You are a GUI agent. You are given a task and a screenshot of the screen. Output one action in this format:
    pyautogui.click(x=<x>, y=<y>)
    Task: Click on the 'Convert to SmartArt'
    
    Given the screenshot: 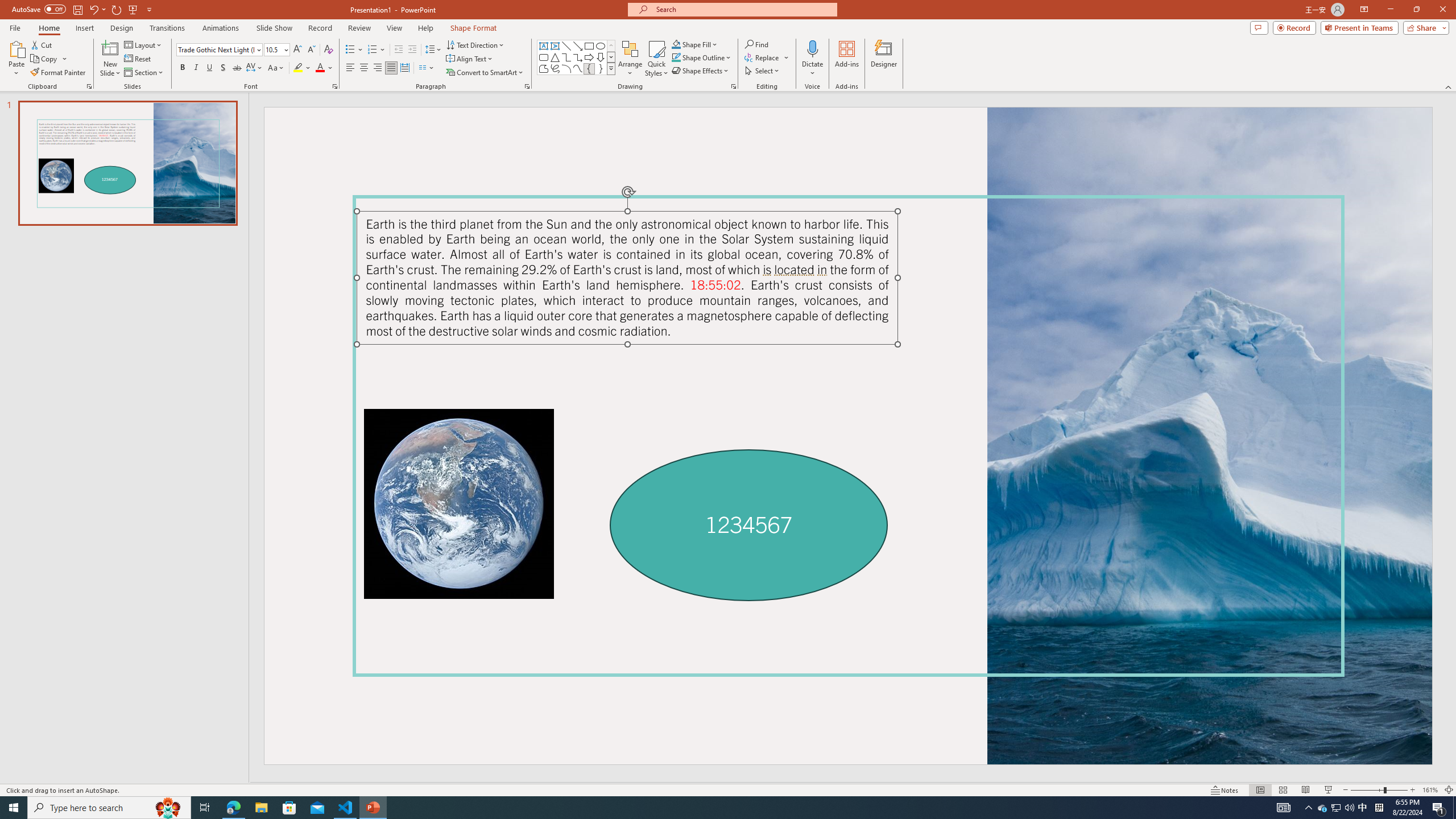 What is the action you would take?
    pyautogui.click(x=485, y=72)
    